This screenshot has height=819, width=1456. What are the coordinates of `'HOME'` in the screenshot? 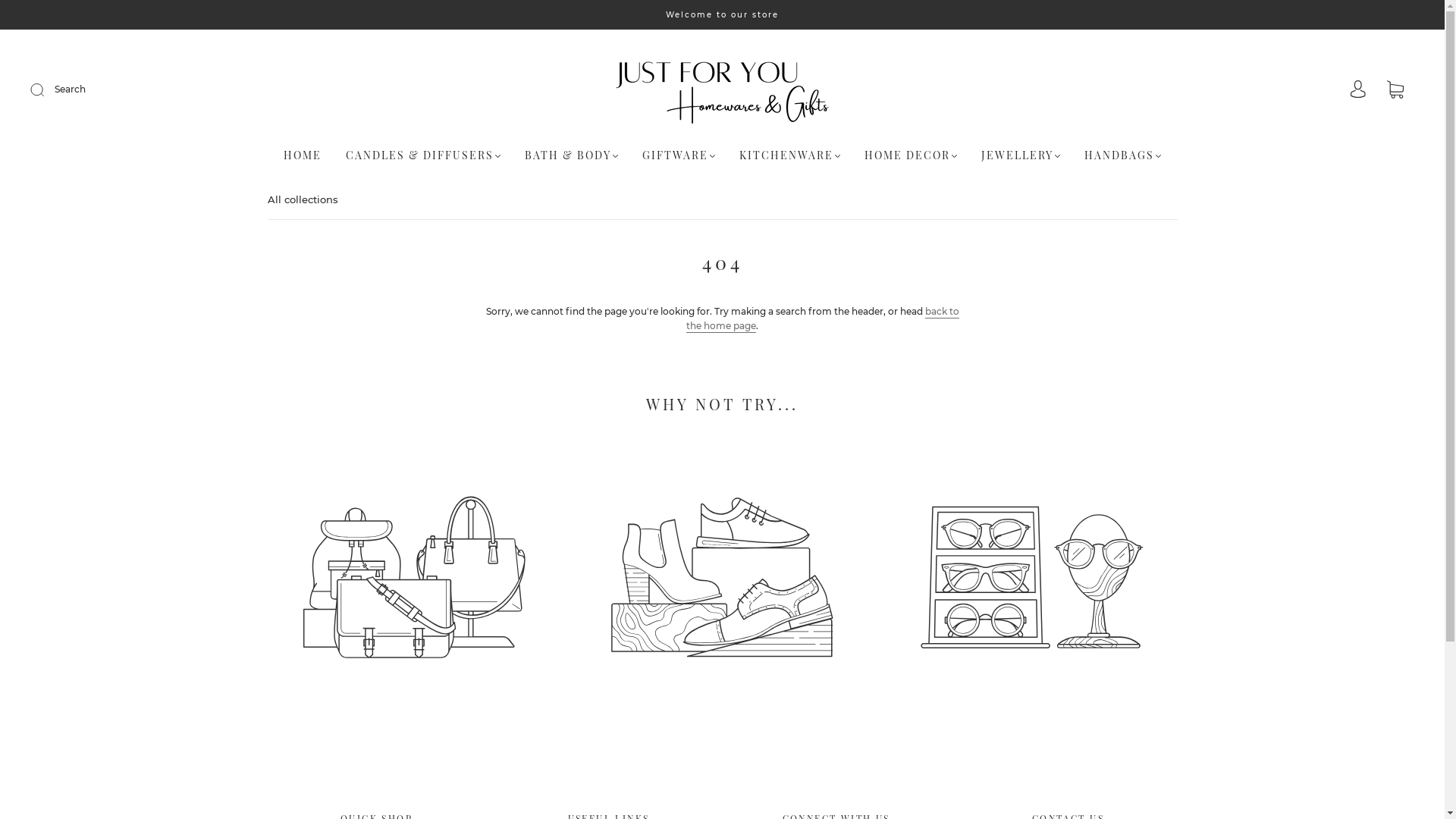 It's located at (302, 155).